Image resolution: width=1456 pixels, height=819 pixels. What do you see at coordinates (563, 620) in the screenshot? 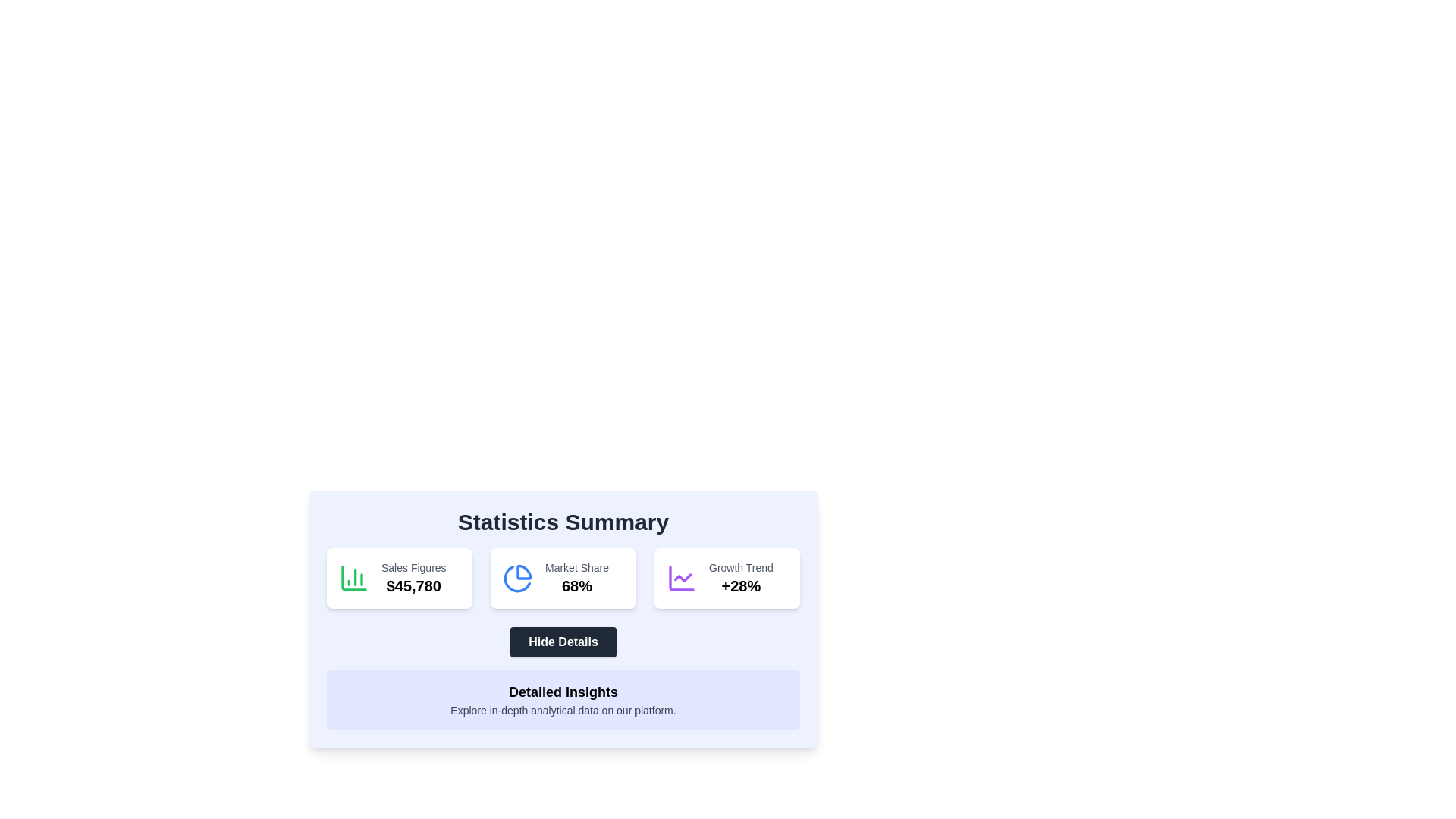
I see `the 'Hide Details' button` at bounding box center [563, 620].